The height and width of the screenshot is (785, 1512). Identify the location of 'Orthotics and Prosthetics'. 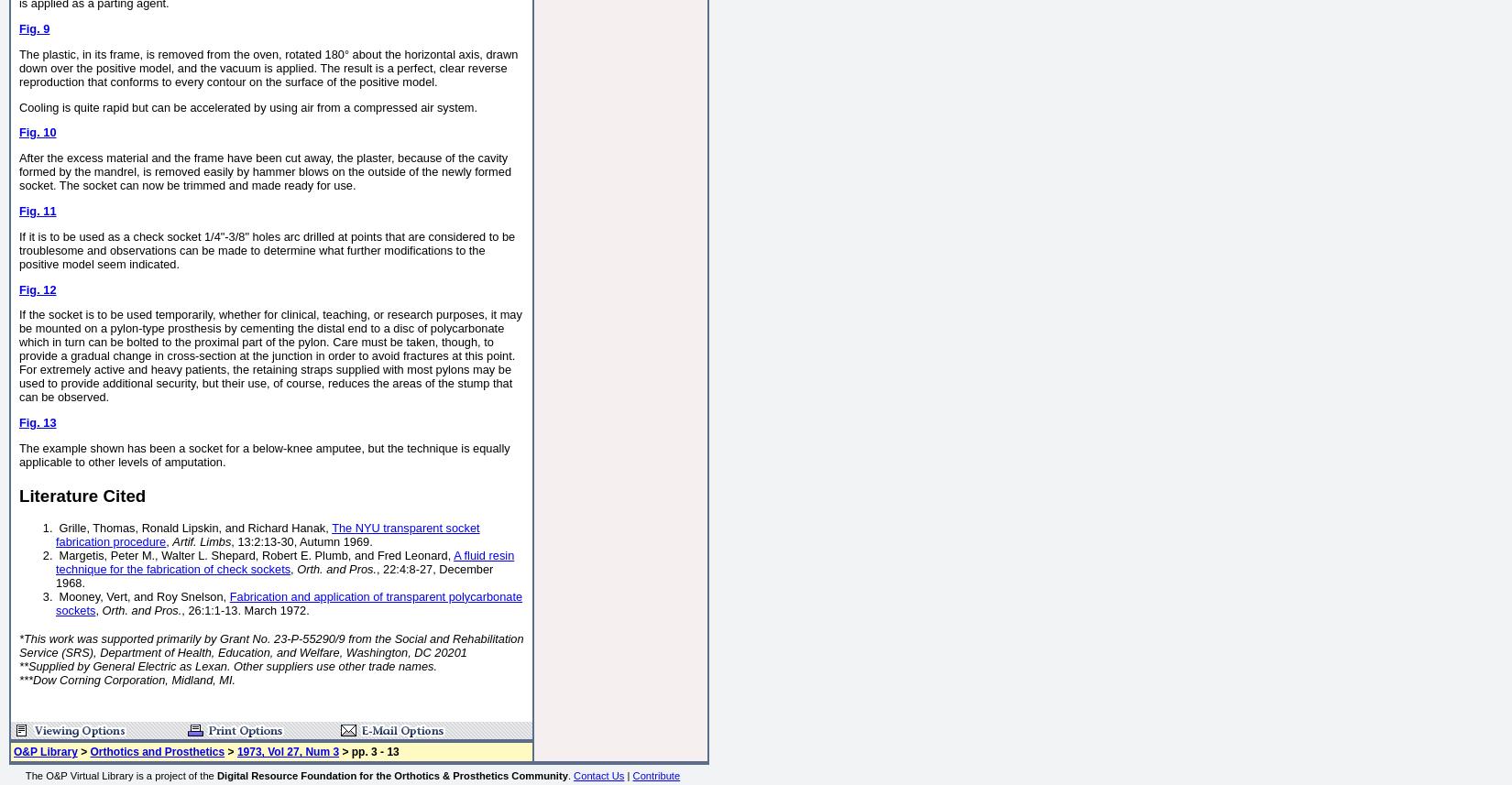
(157, 751).